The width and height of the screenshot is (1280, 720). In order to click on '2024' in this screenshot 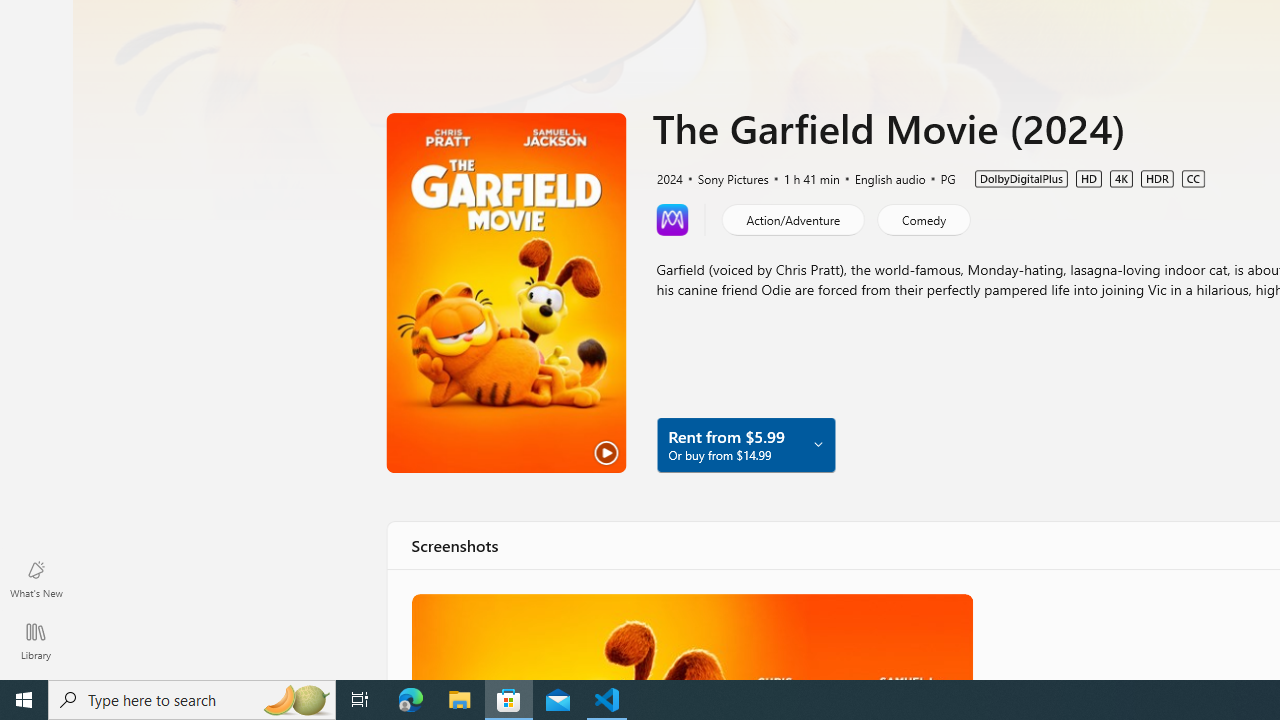, I will do `click(668, 177)`.